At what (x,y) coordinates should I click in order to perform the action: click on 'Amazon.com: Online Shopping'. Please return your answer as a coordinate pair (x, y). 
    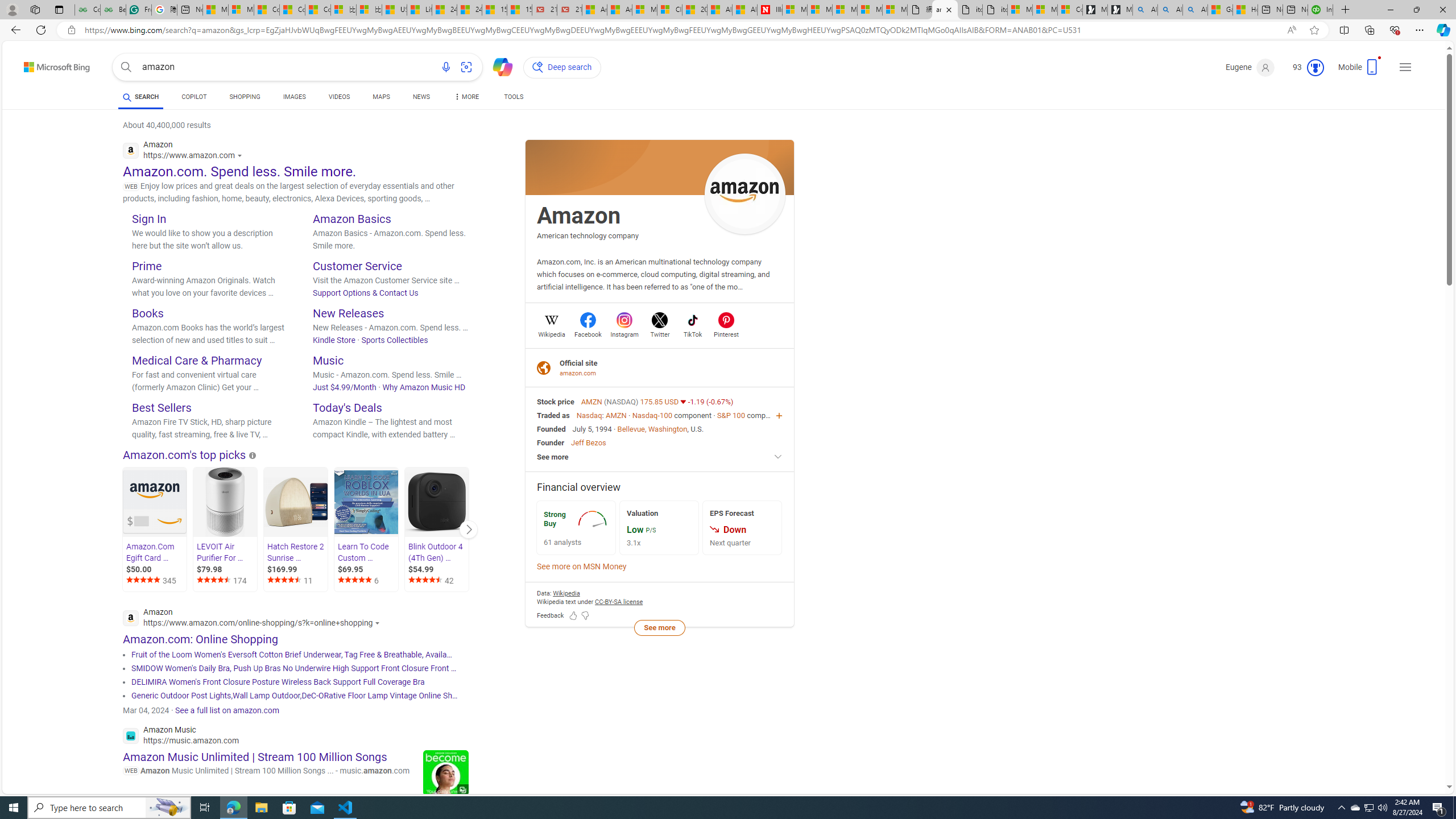
    Looking at the image, I should click on (200, 638).